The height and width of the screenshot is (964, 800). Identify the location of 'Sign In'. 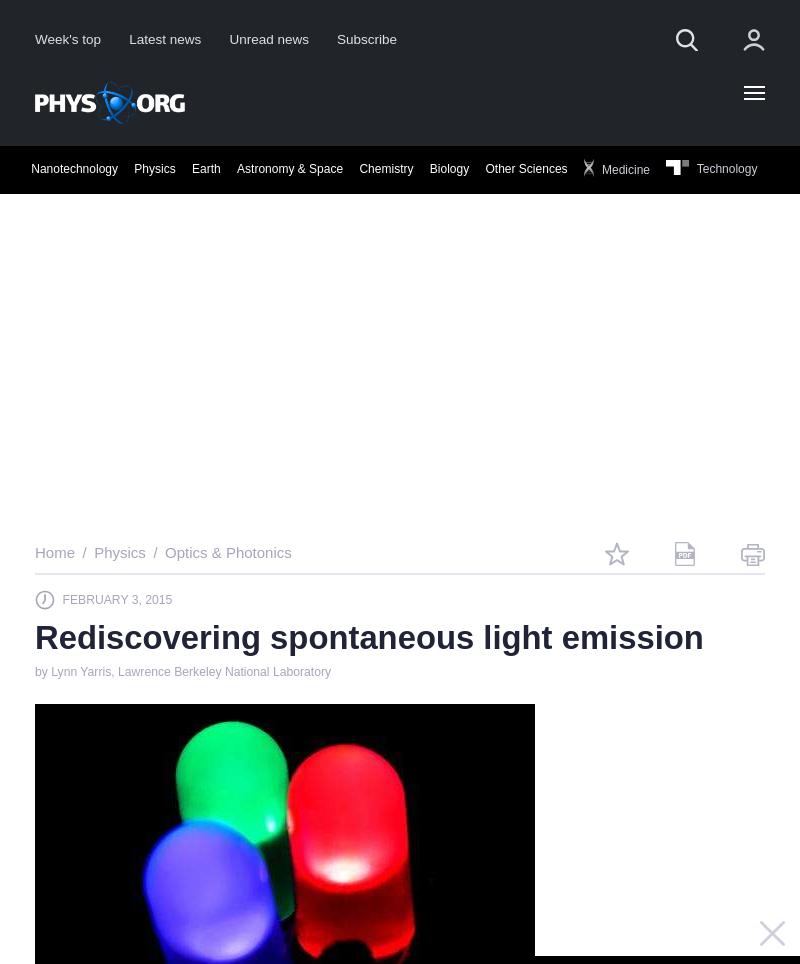
(537, 315).